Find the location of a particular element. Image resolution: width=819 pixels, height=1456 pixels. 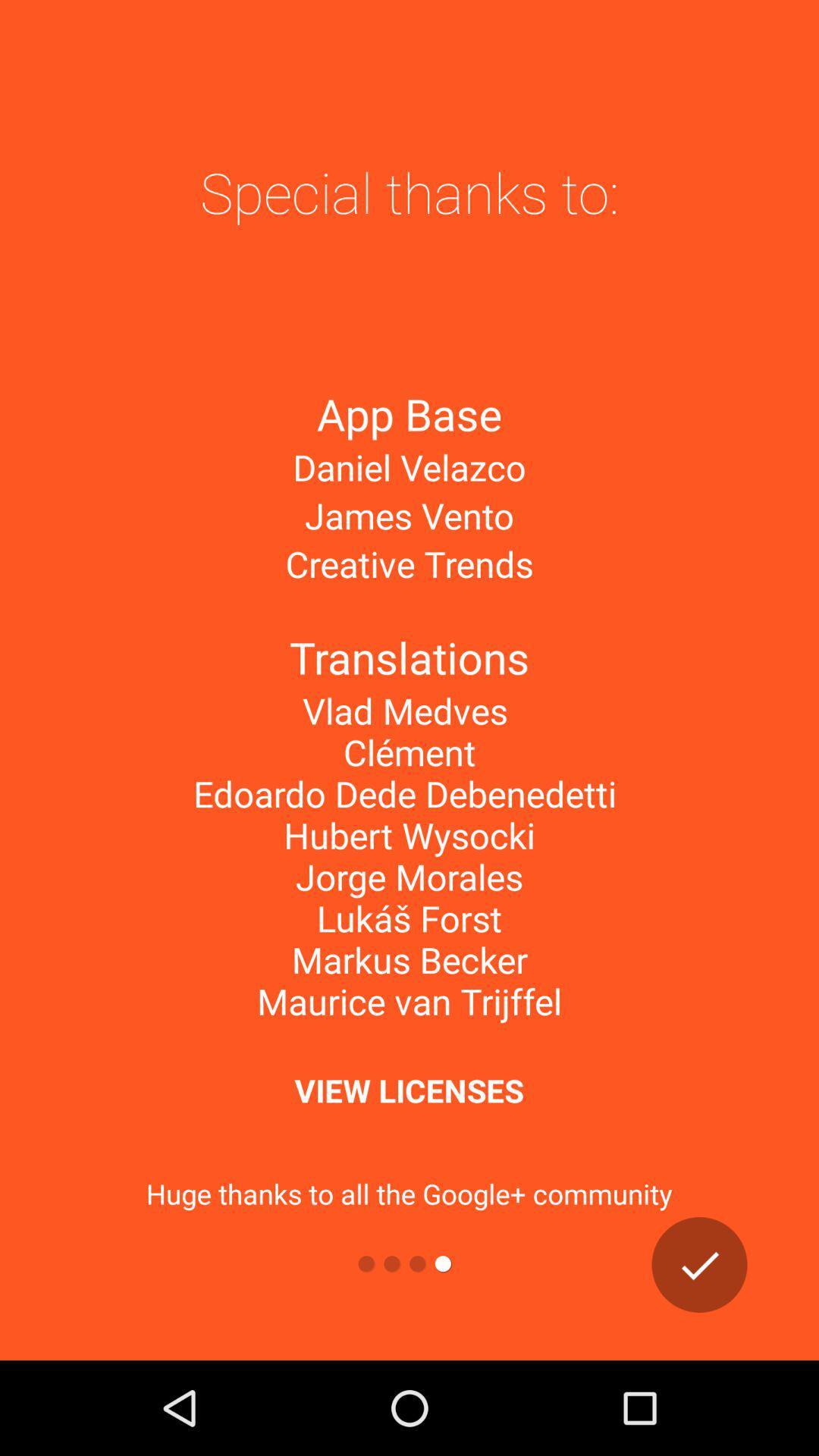

the view licenses item is located at coordinates (408, 1090).